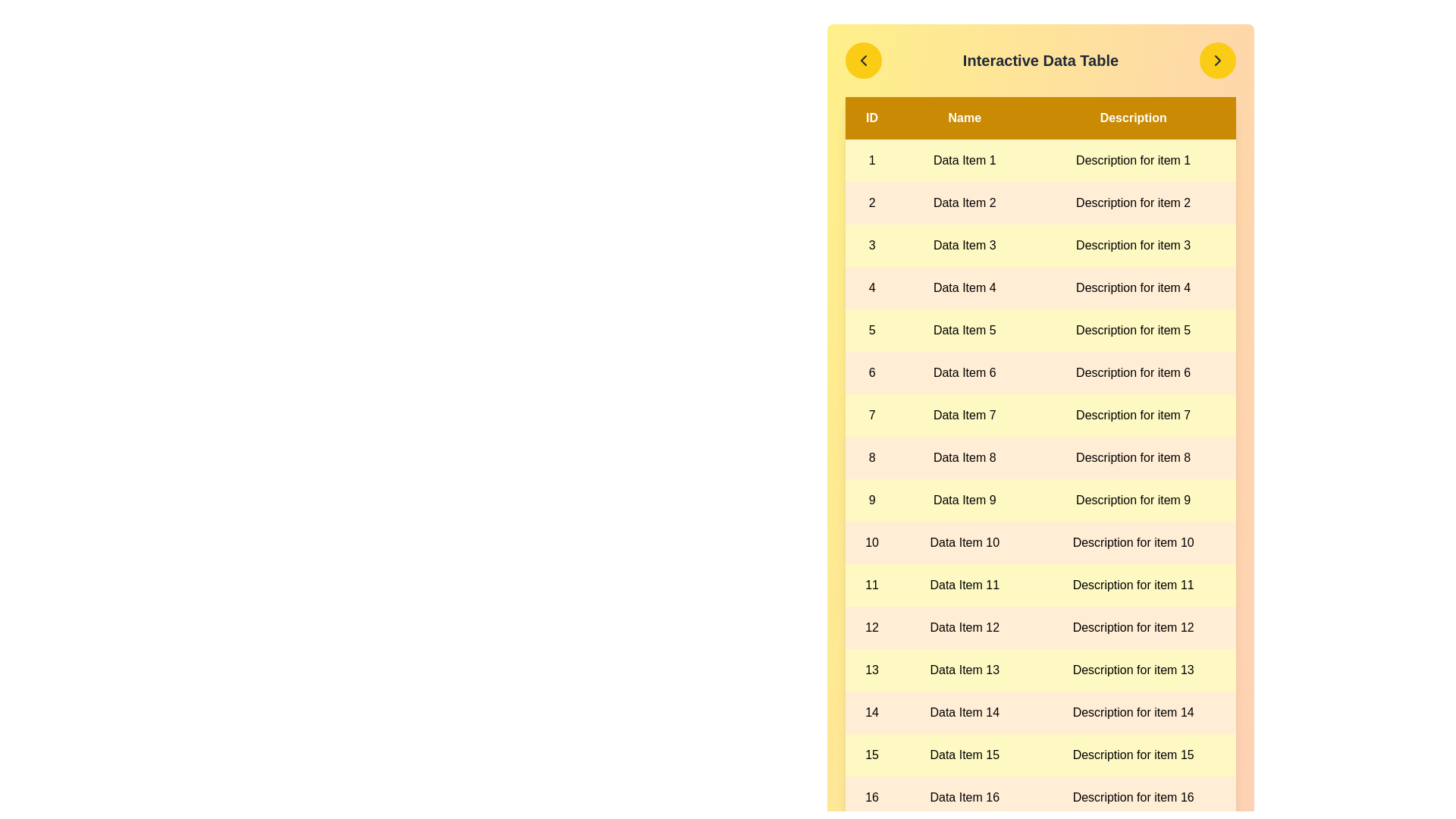  What do you see at coordinates (964, 117) in the screenshot?
I see `the header cell labeled Name to reveal its description` at bounding box center [964, 117].